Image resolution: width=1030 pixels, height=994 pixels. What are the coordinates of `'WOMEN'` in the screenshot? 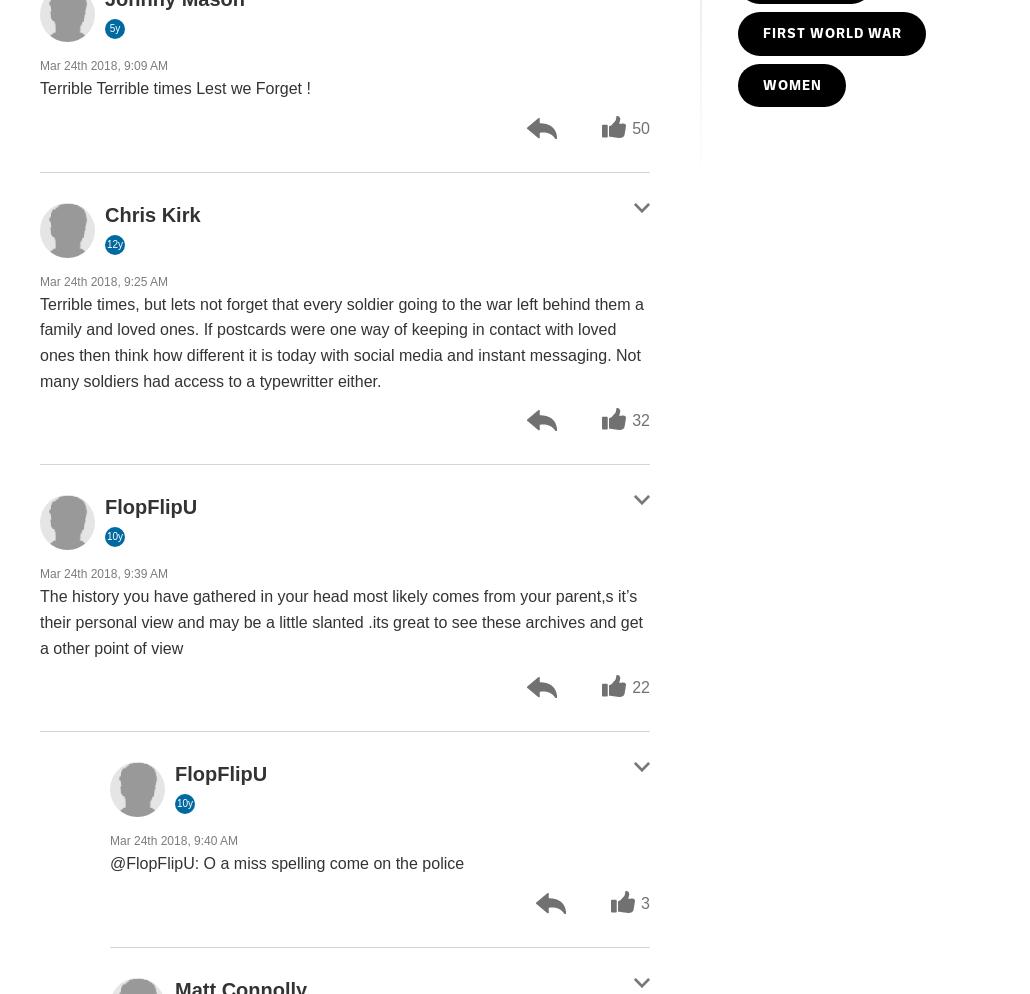 It's located at (790, 83).